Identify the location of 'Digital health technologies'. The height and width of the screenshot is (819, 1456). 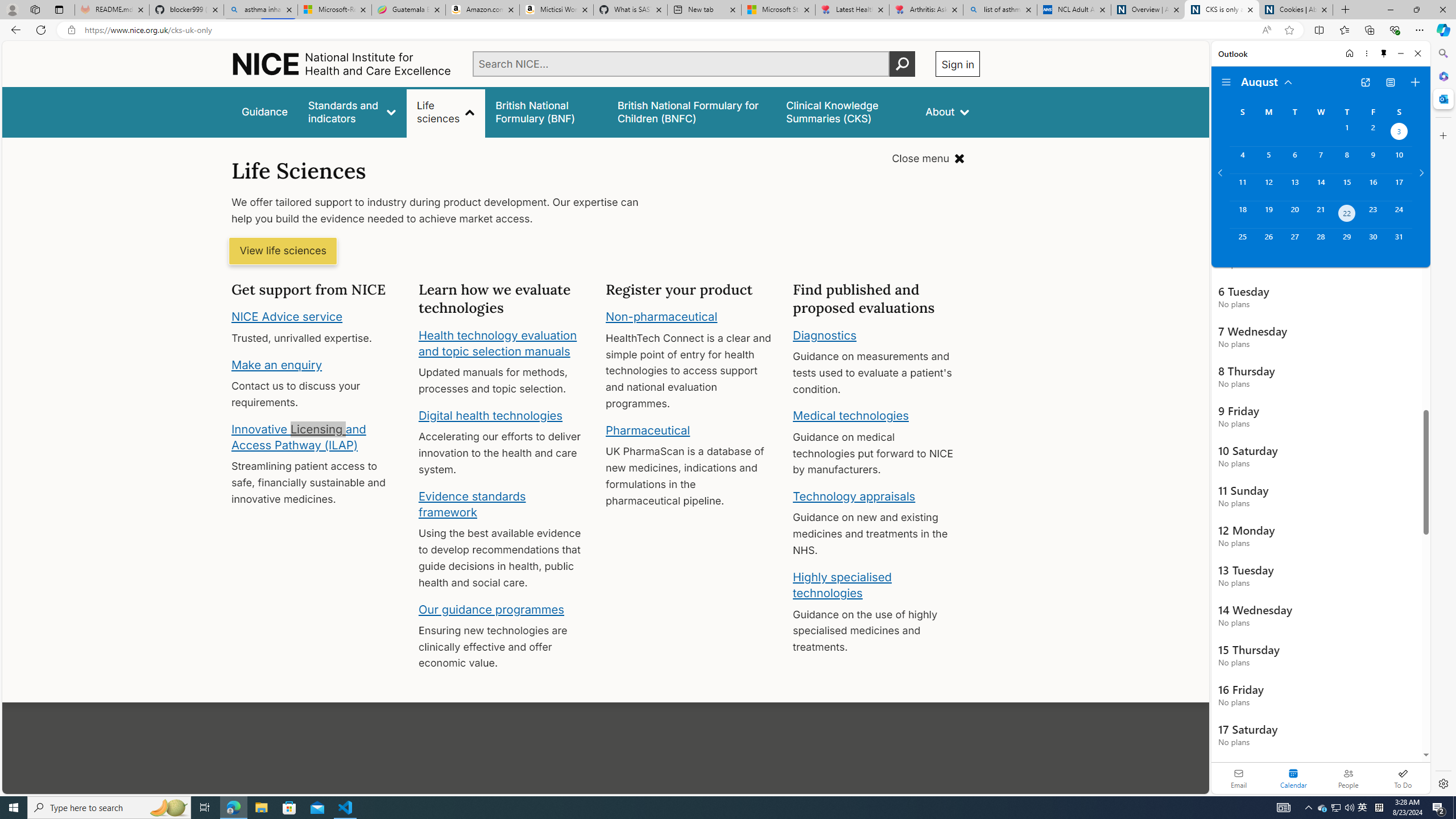
(490, 415).